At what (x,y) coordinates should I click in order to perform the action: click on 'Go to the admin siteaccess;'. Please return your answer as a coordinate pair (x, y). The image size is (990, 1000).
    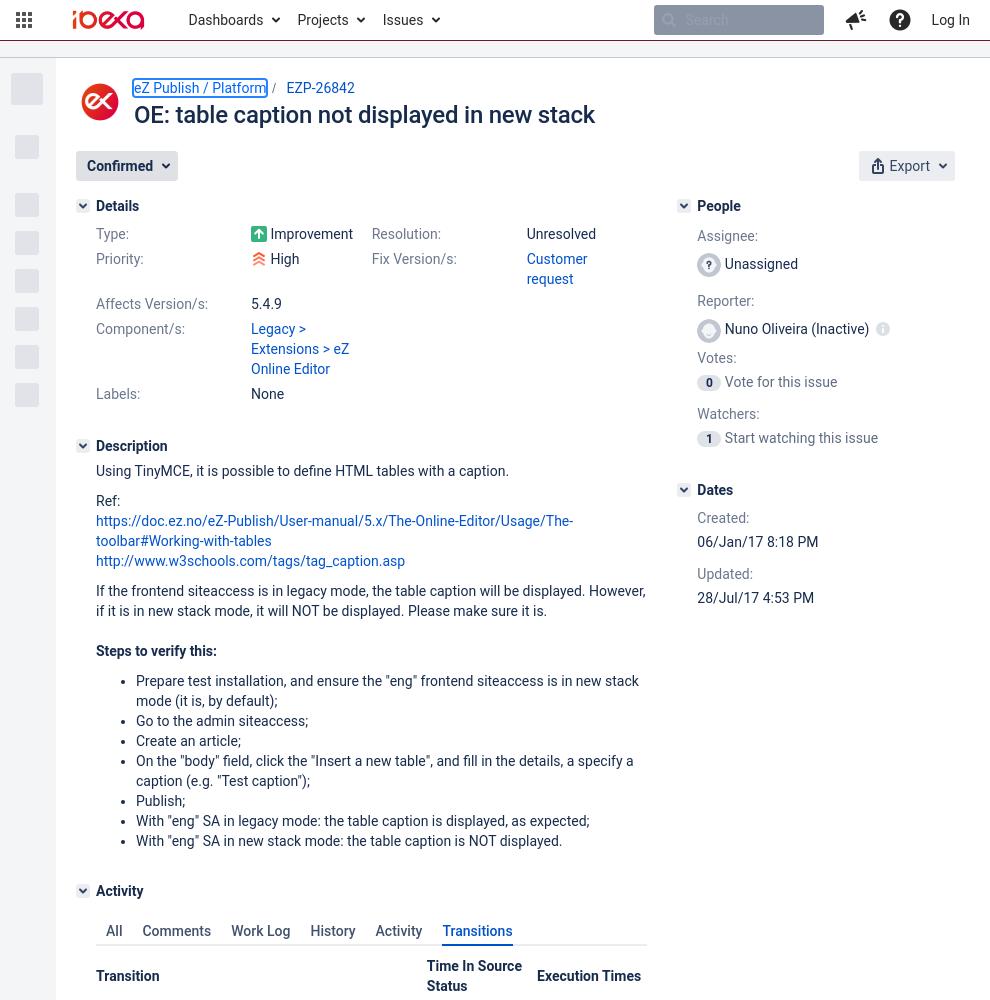
    Looking at the image, I should click on (220, 720).